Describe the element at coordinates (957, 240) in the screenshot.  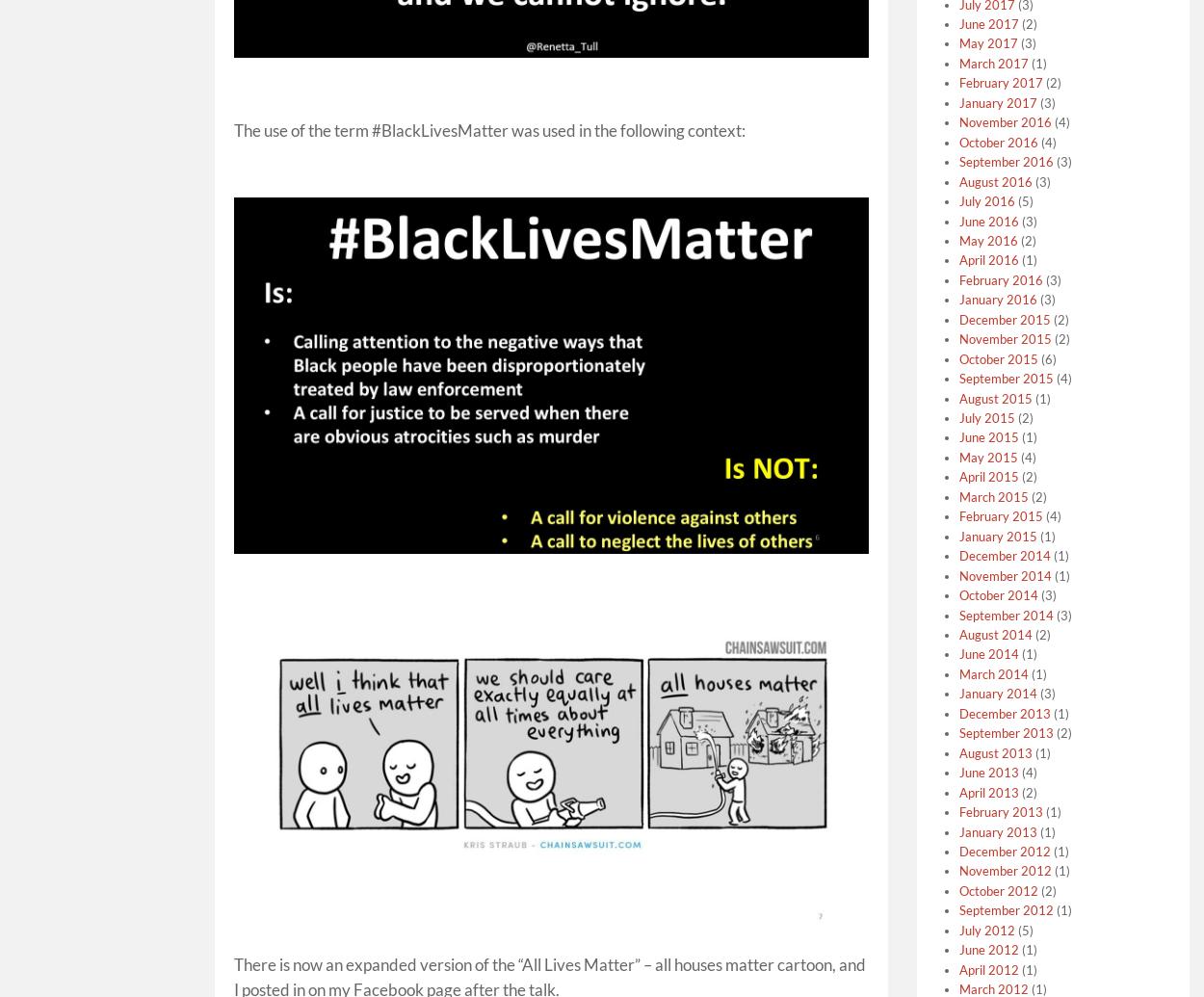
I see `'May 2016'` at that location.